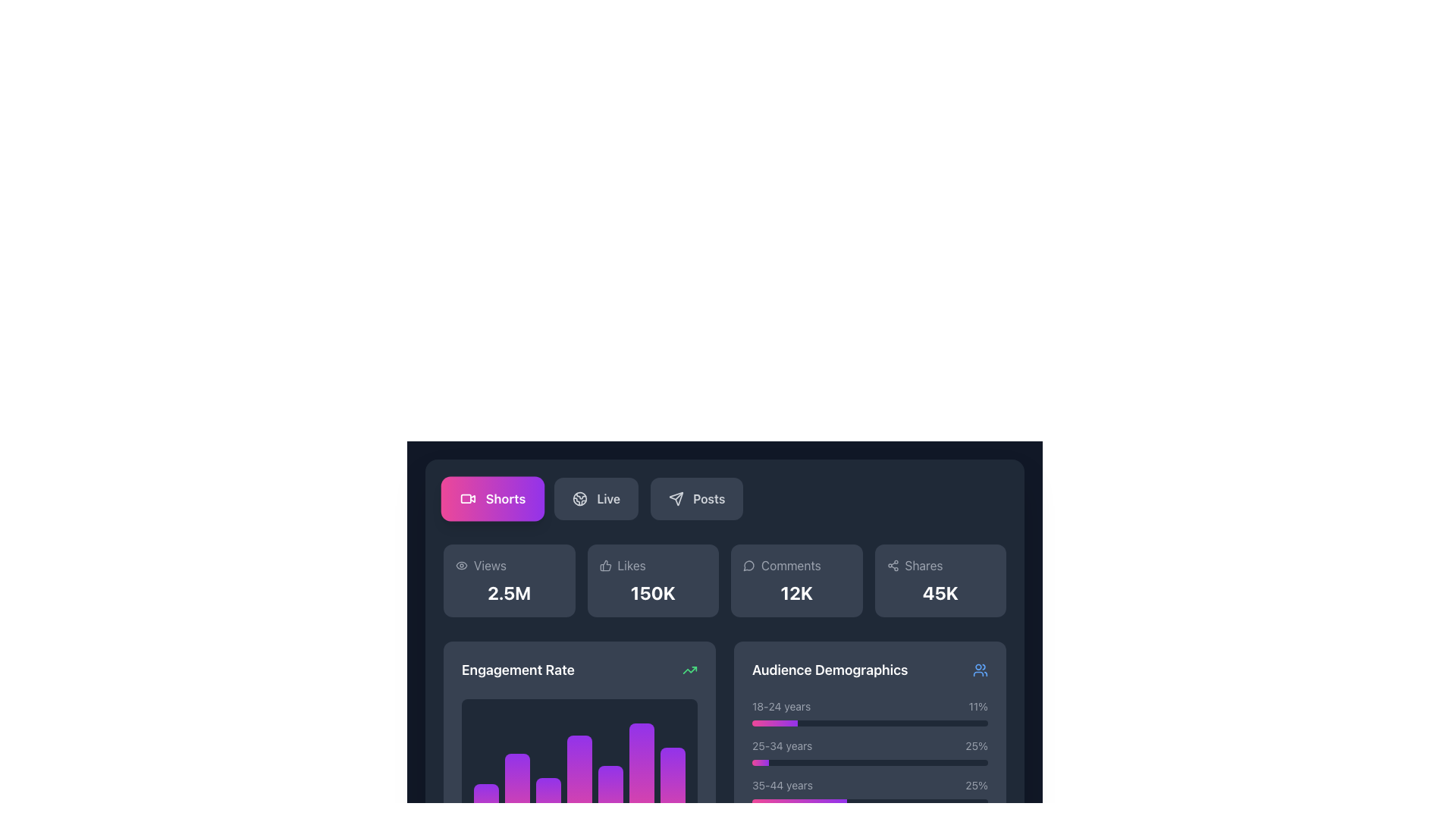  I want to click on displayed information from the Metric card labeled 'Views', which is a rectangular card with a dark gray background and features the text '2.5M' prominently in bold white, so click(509, 580).